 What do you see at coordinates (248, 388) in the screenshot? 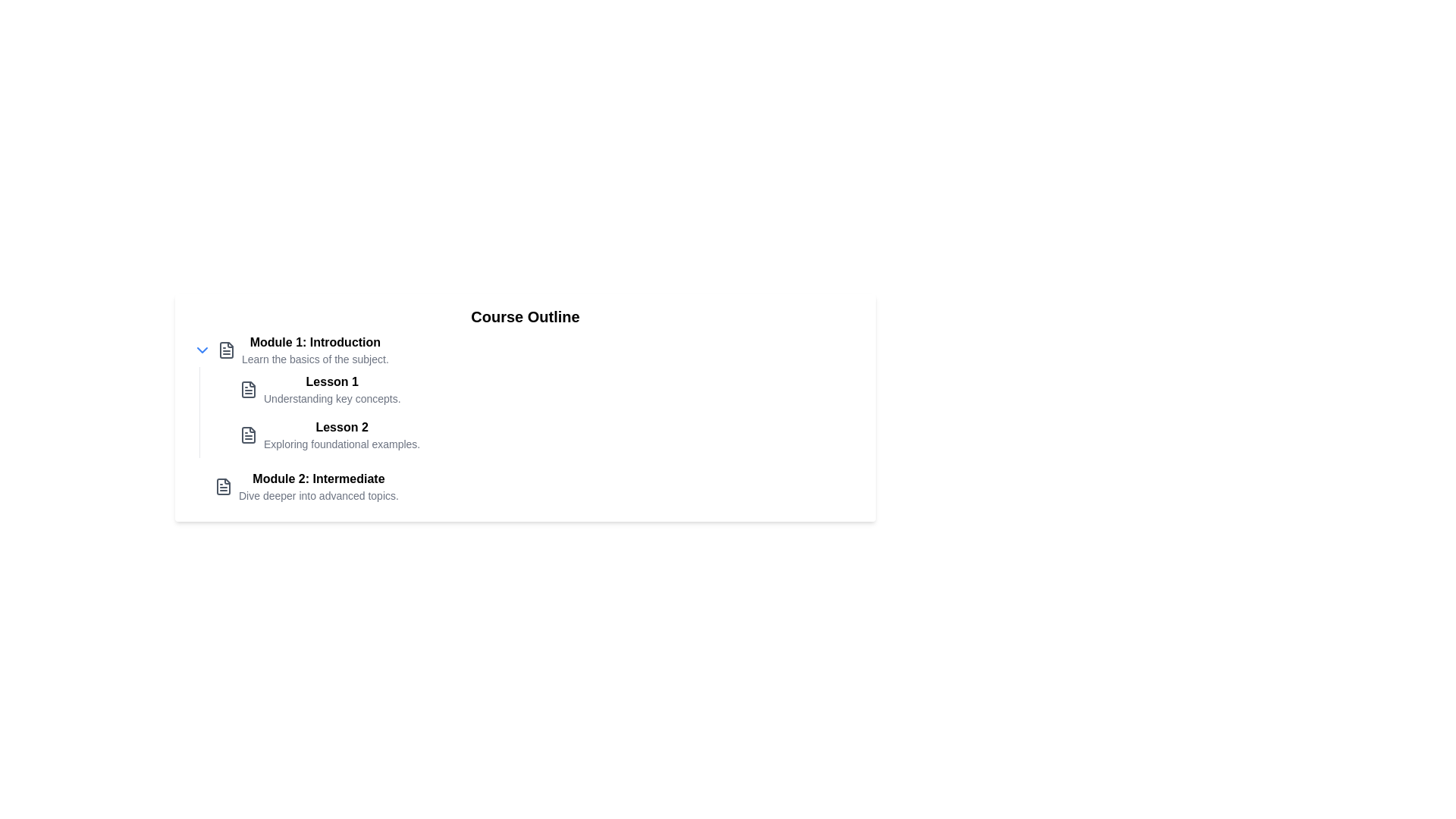
I see `the gray file or document icon located to the left of the 'Lesson 1' text in the course outline module titled 'Module 1: Introduction'` at bounding box center [248, 388].